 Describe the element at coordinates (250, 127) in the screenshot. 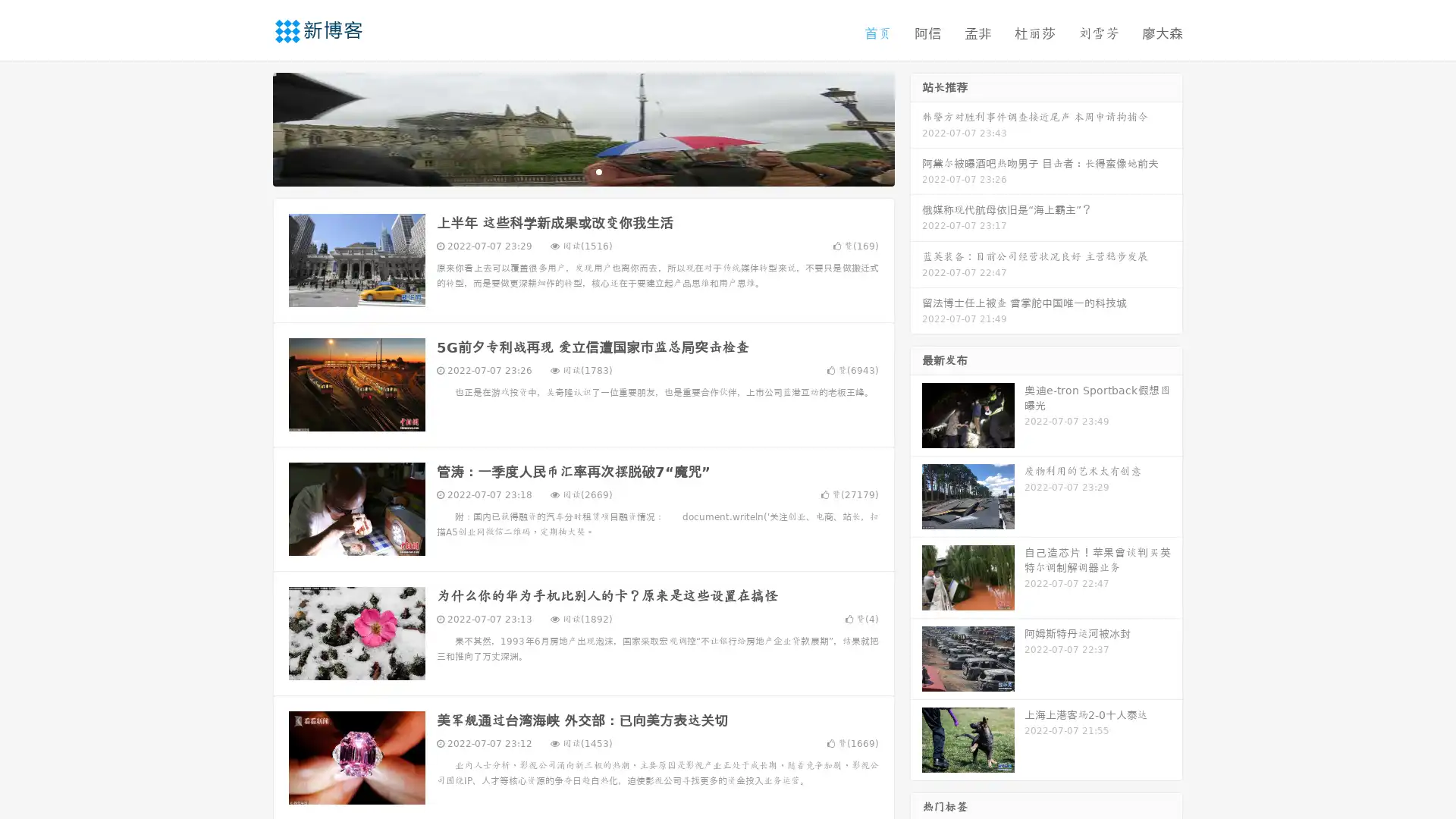

I see `Previous slide` at that location.